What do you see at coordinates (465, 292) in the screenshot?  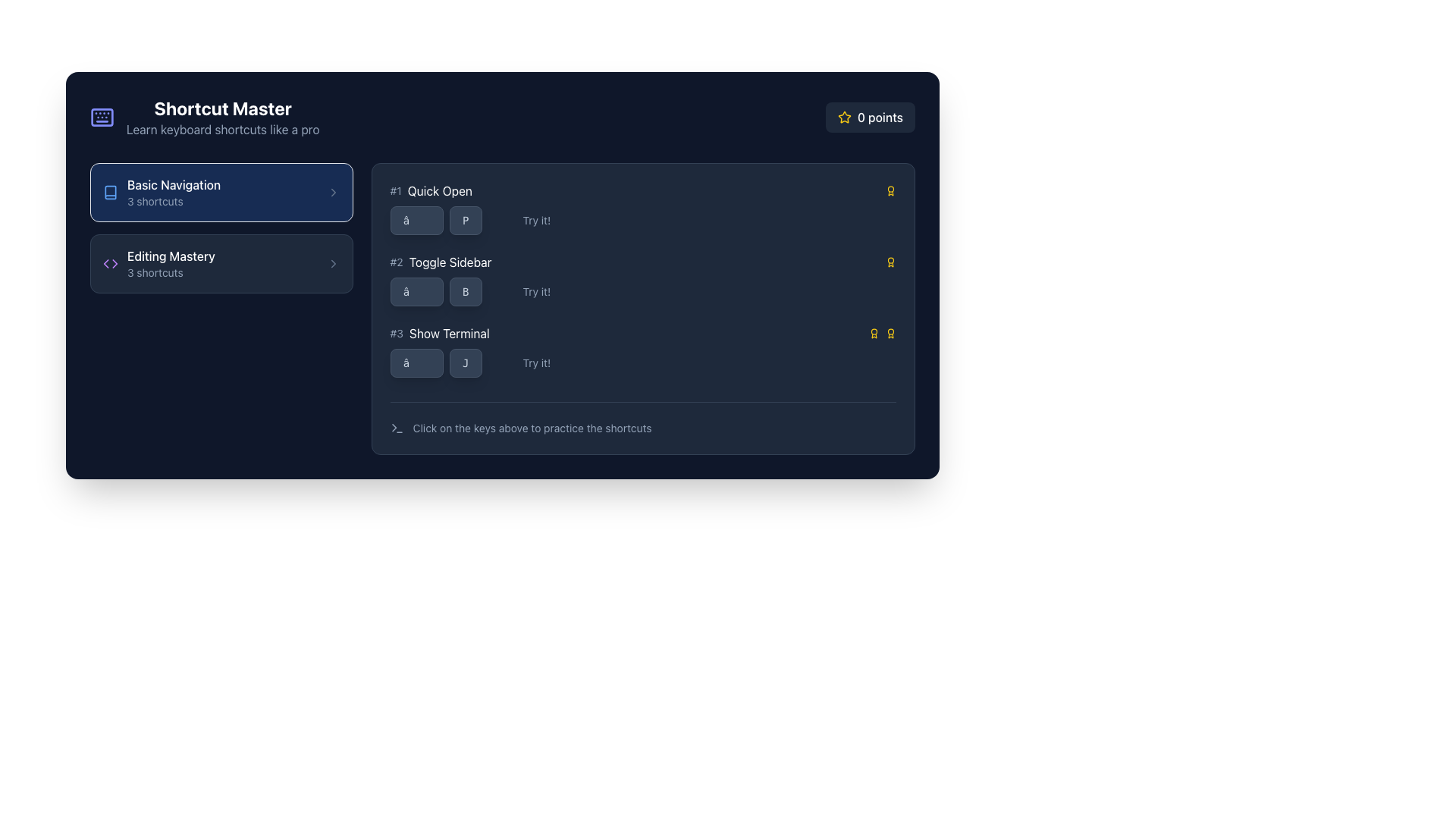 I see `the rectangular button displaying 'B' in light slate color located under the 'Toggle Sidebar' action in the second row of the interface's shortcut section` at bounding box center [465, 292].